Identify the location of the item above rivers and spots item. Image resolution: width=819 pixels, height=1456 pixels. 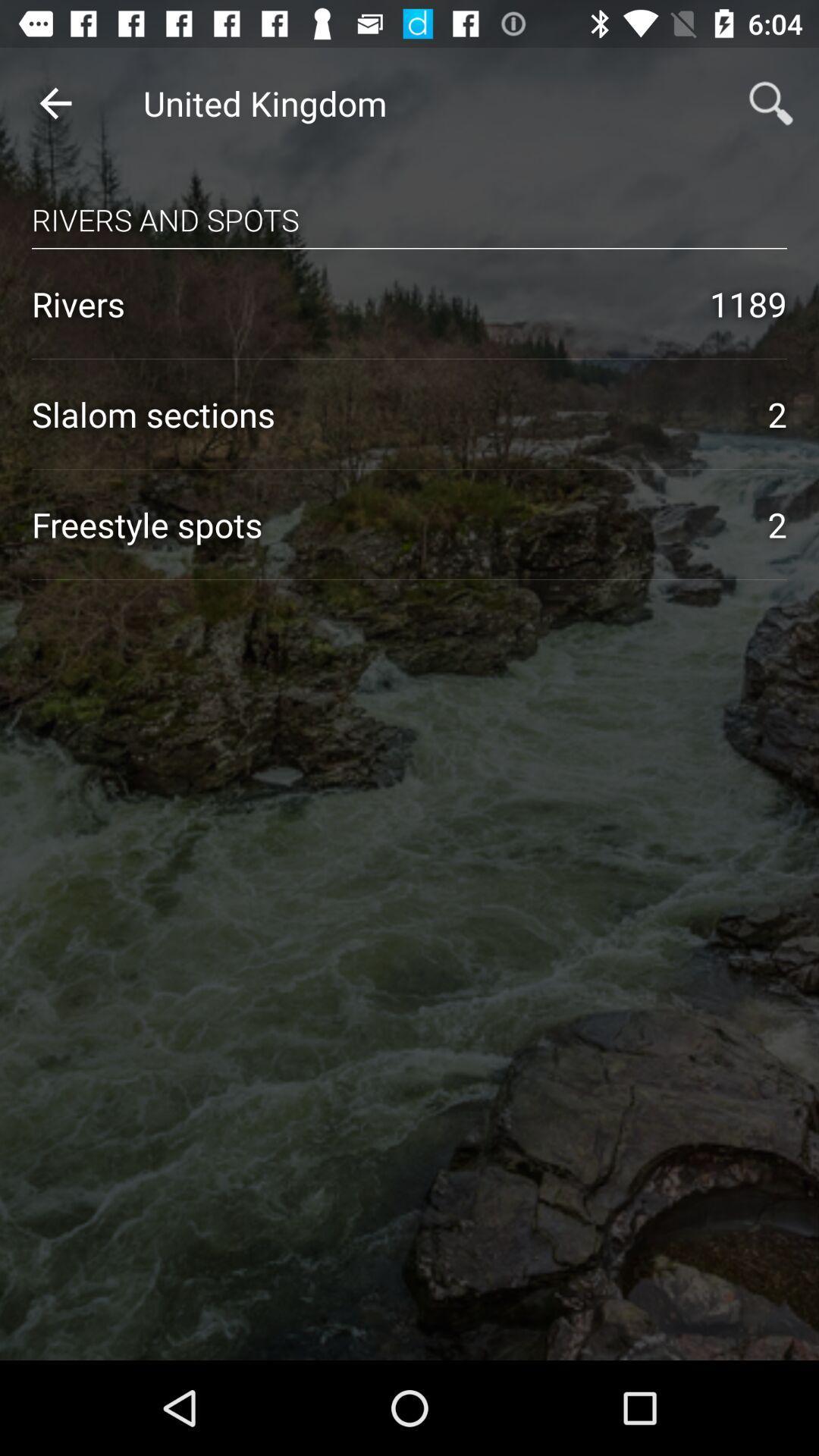
(55, 102).